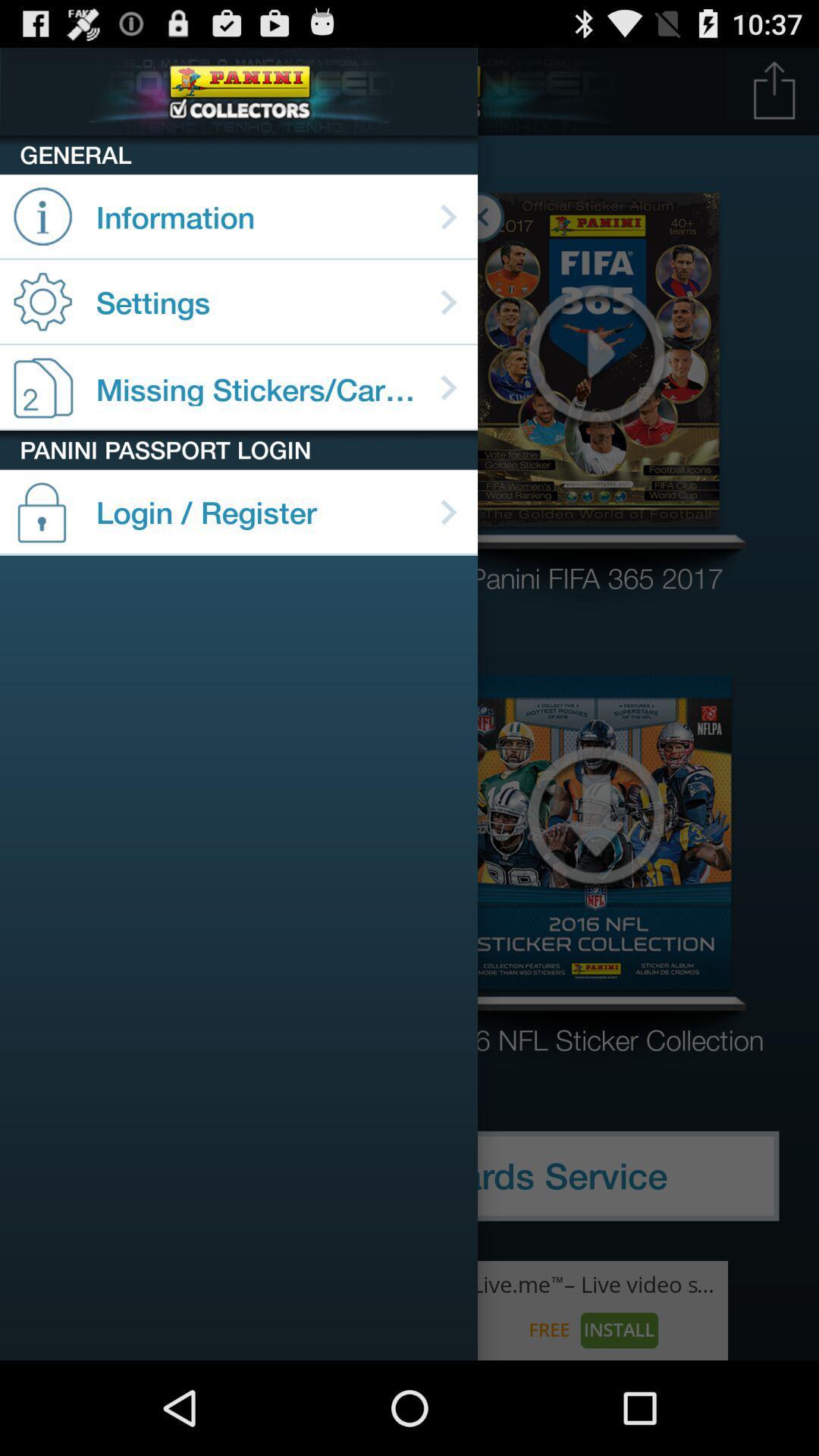 The image size is (819, 1456). I want to click on the arrow_downward icon, so click(595, 871).